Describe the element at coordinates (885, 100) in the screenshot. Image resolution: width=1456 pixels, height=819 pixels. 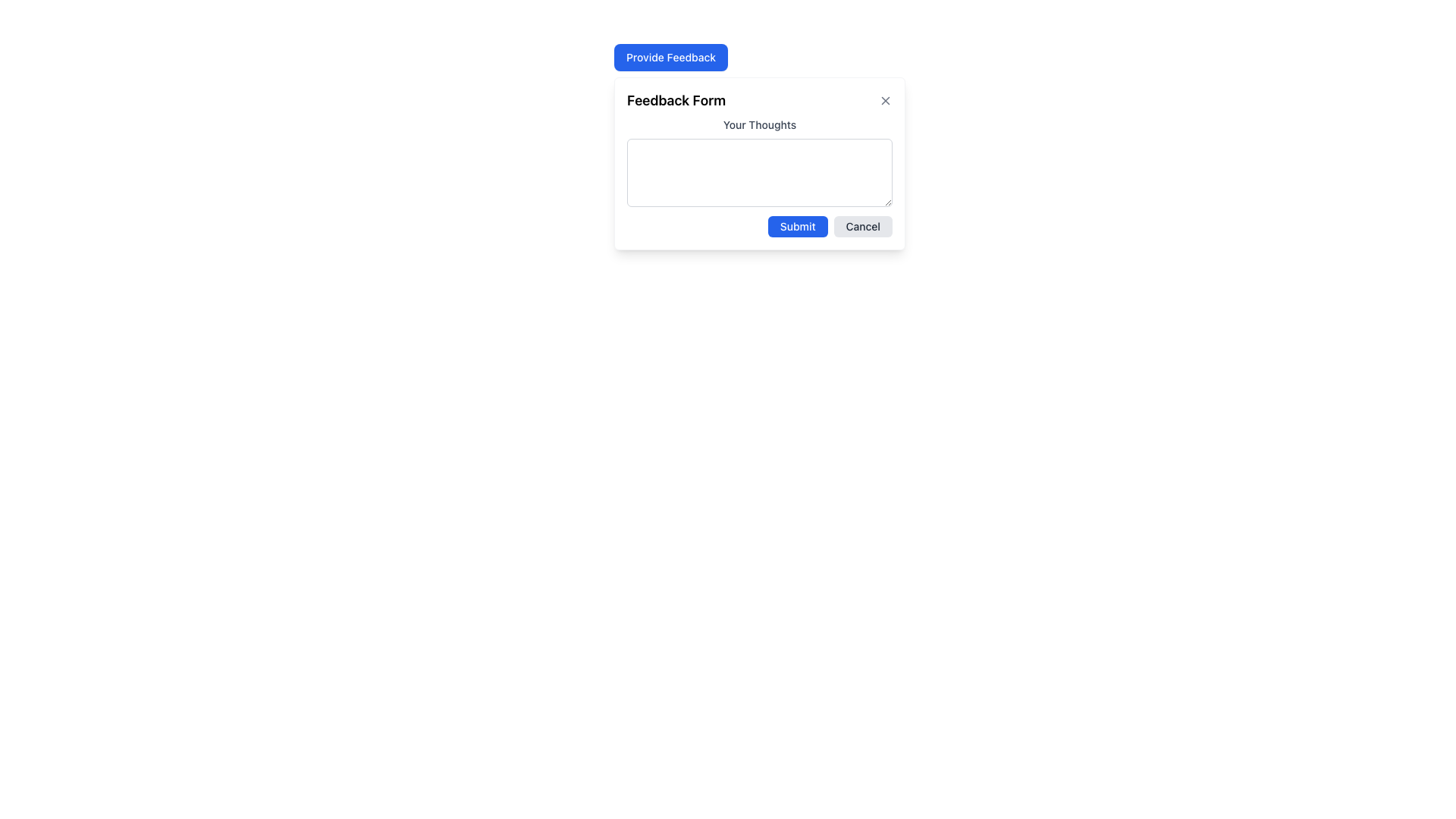
I see `the Close Icon (an 'X' shape) located at the top right corner of the 'Feedback Form' modal` at that location.